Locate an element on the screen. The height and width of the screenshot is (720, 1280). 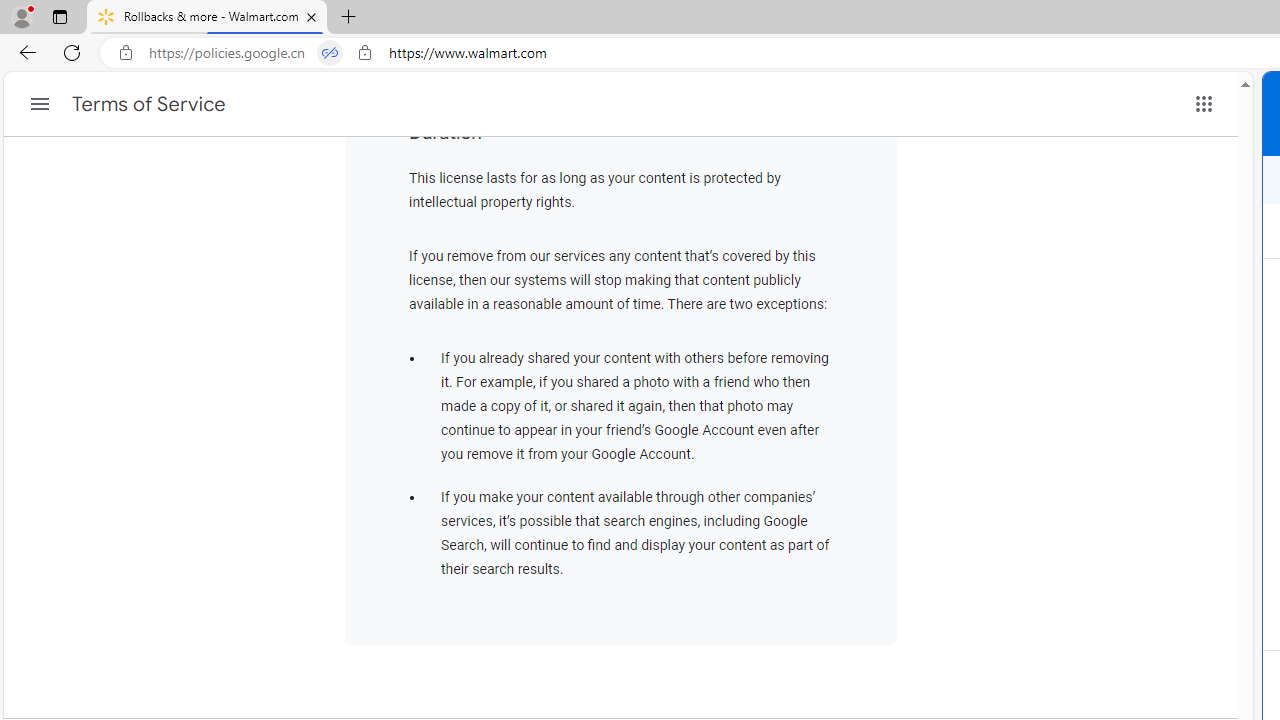
'View site information' is located at coordinates (365, 52).